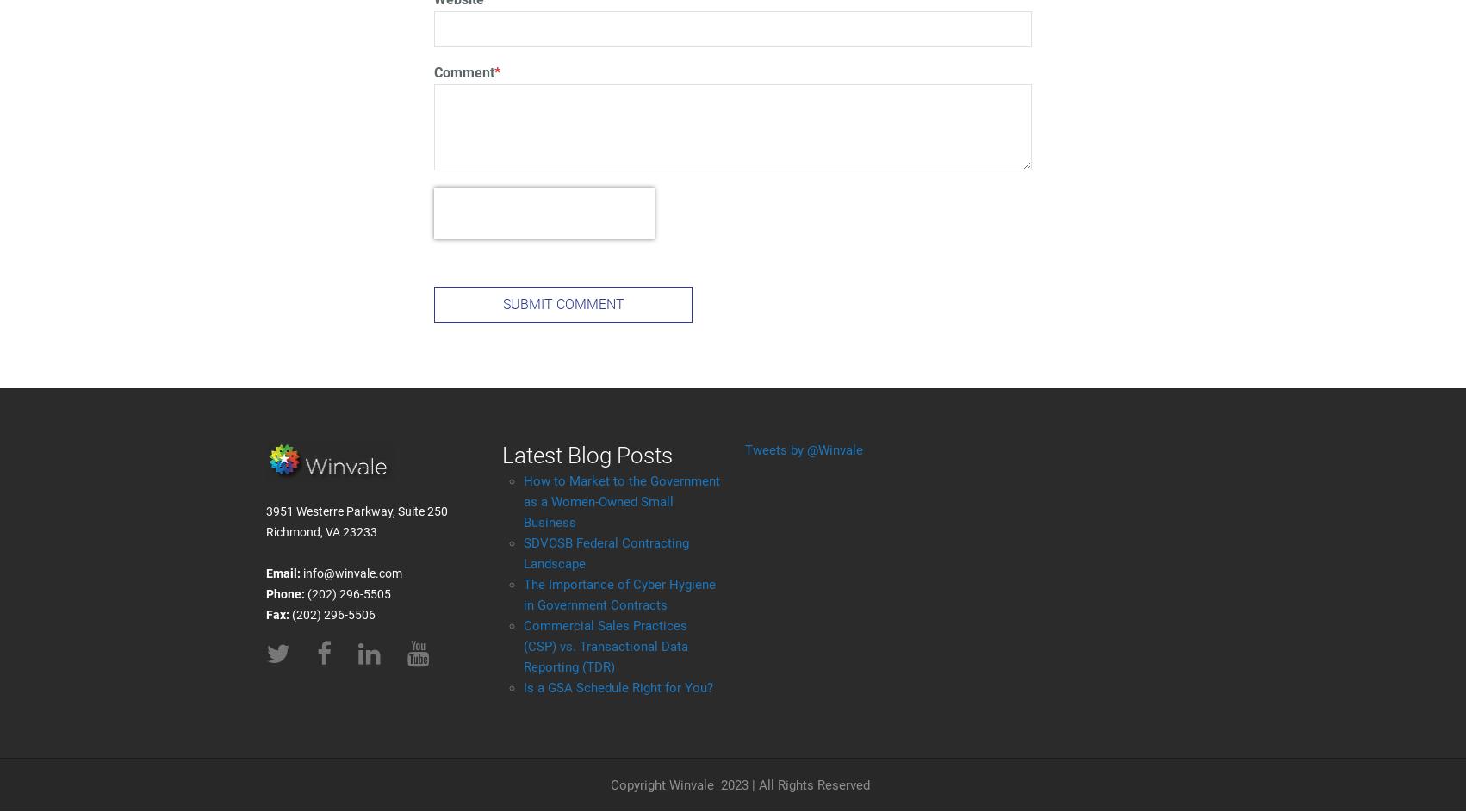 The height and width of the screenshot is (812, 1466). Describe the element at coordinates (497, 71) in the screenshot. I see `'*'` at that location.